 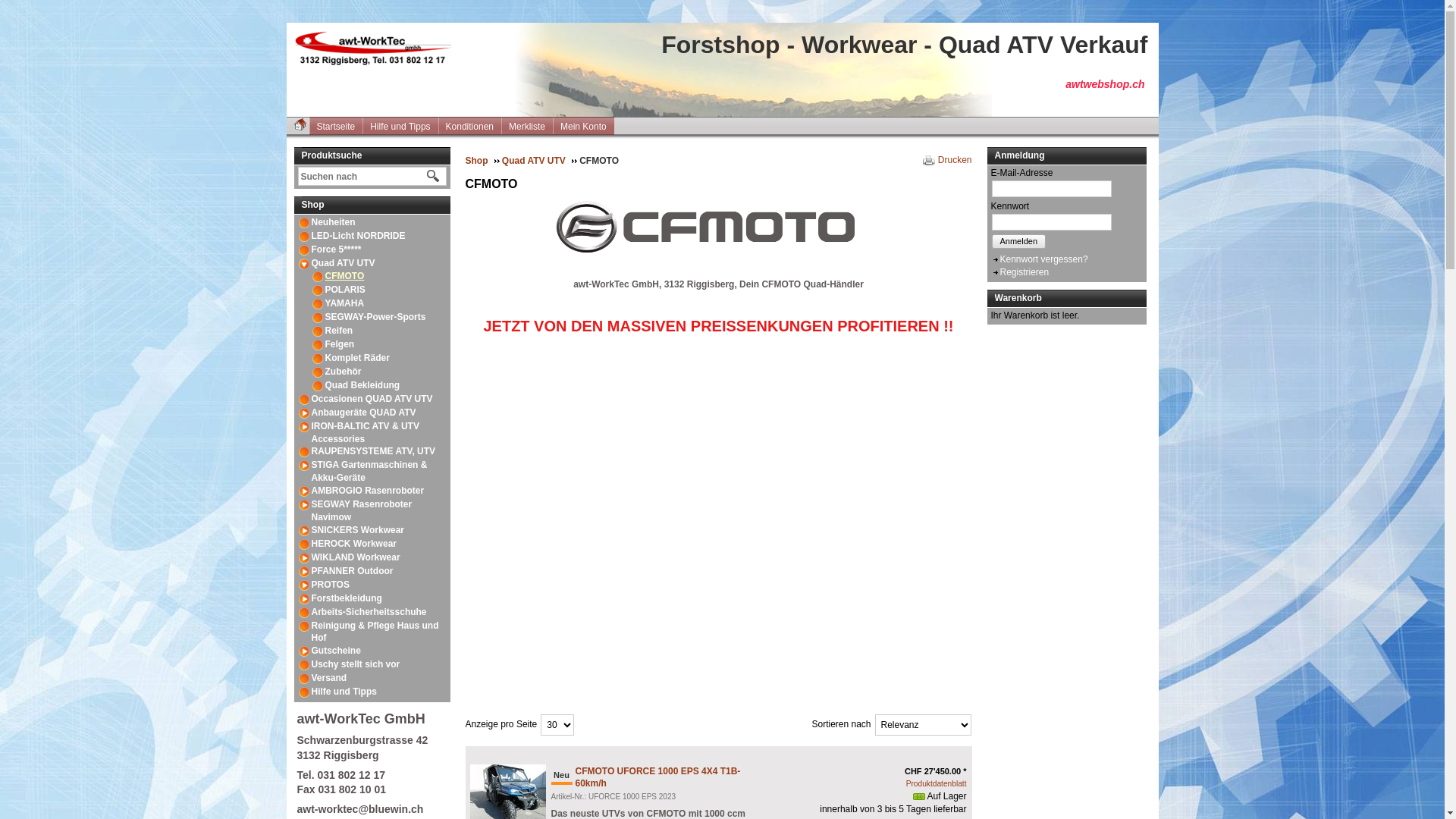 I want to click on 'Kennwort vergessen?', so click(x=1037, y=259).